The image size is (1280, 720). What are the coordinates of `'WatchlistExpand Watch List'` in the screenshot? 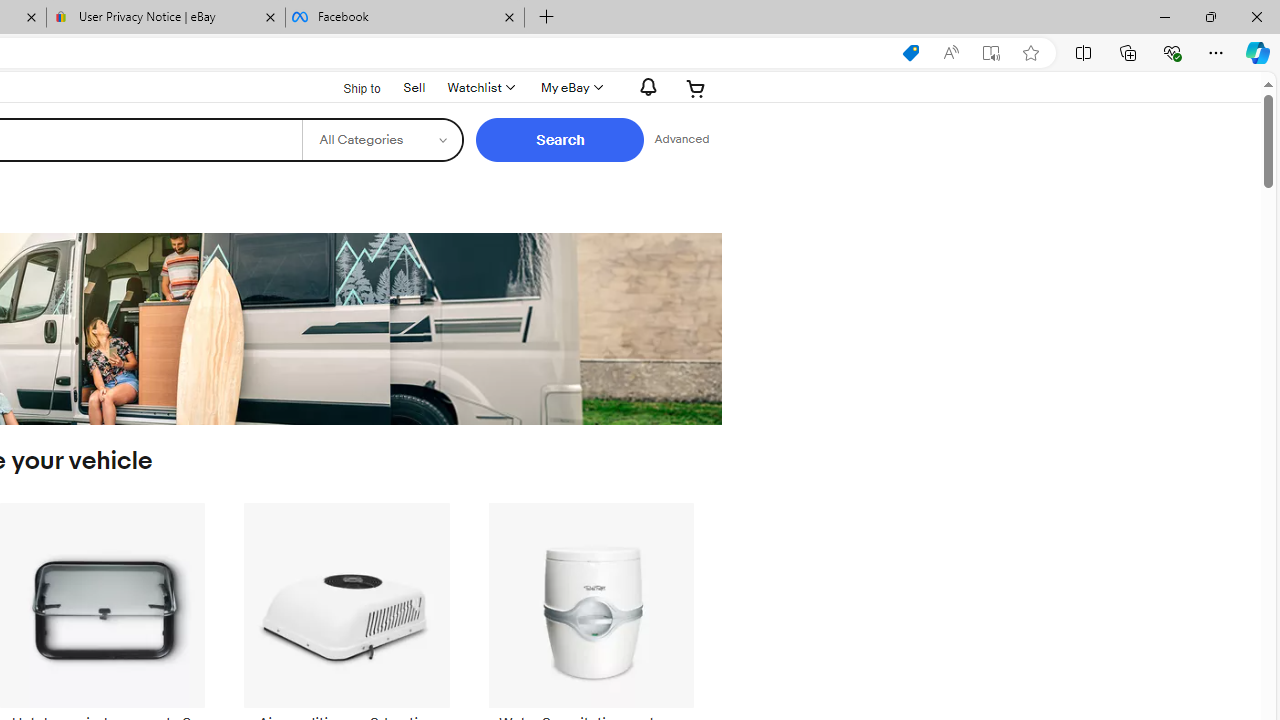 It's located at (480, 87).